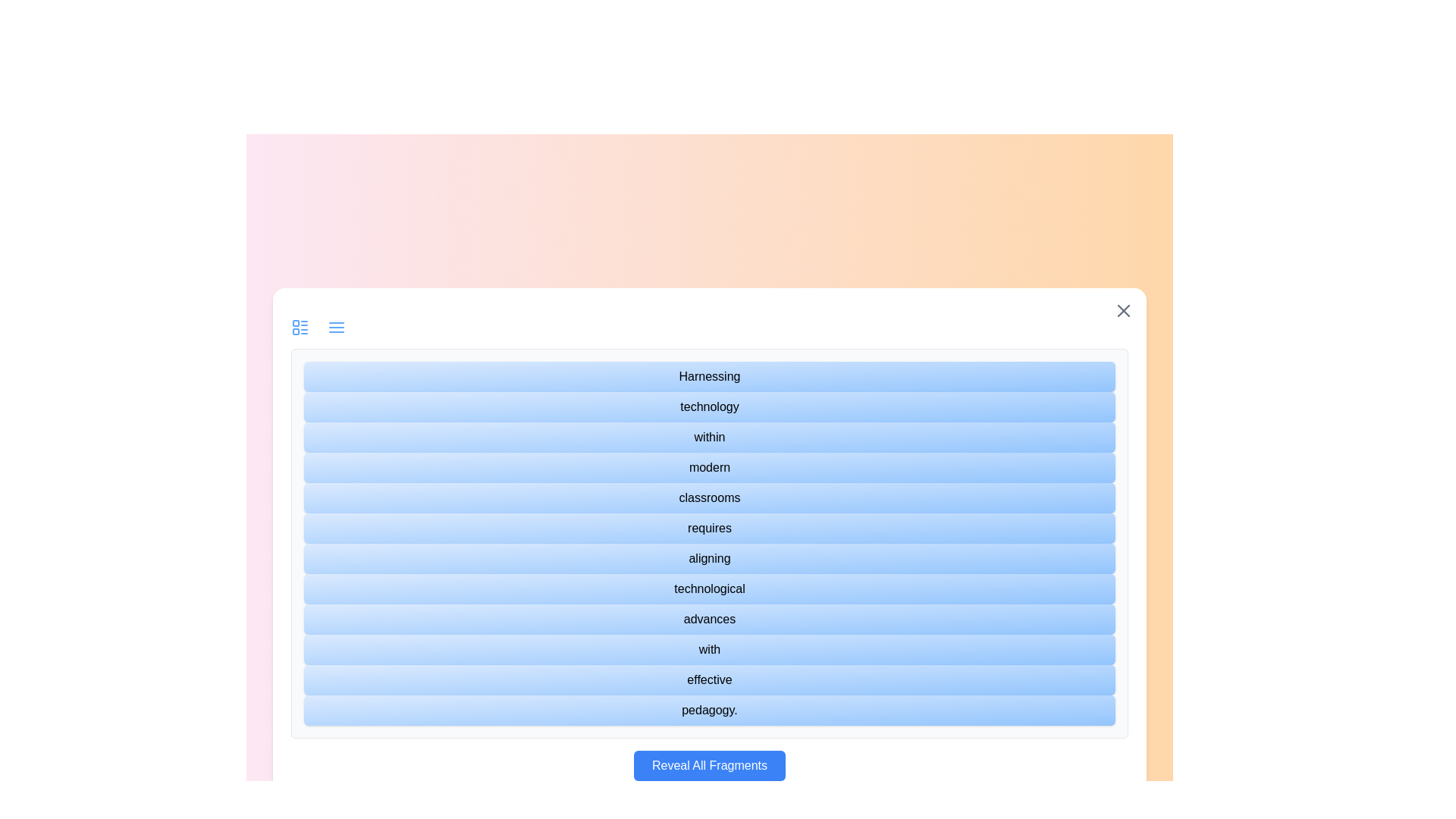 This screenshot has height=819, width=1456. Describe the element at coordinates (709, 766) in the screenshot. I see `the 'Reveal All Fragments' button` at that location.